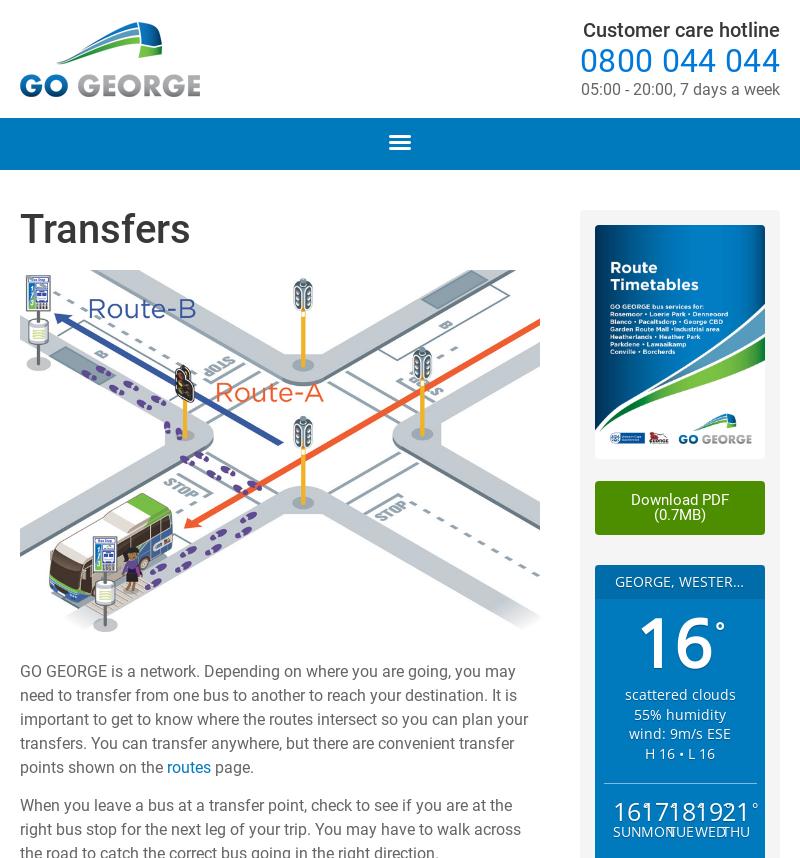 The height and width of the screenshot is (858, 800). I want to click on '19', so click(707, 810).